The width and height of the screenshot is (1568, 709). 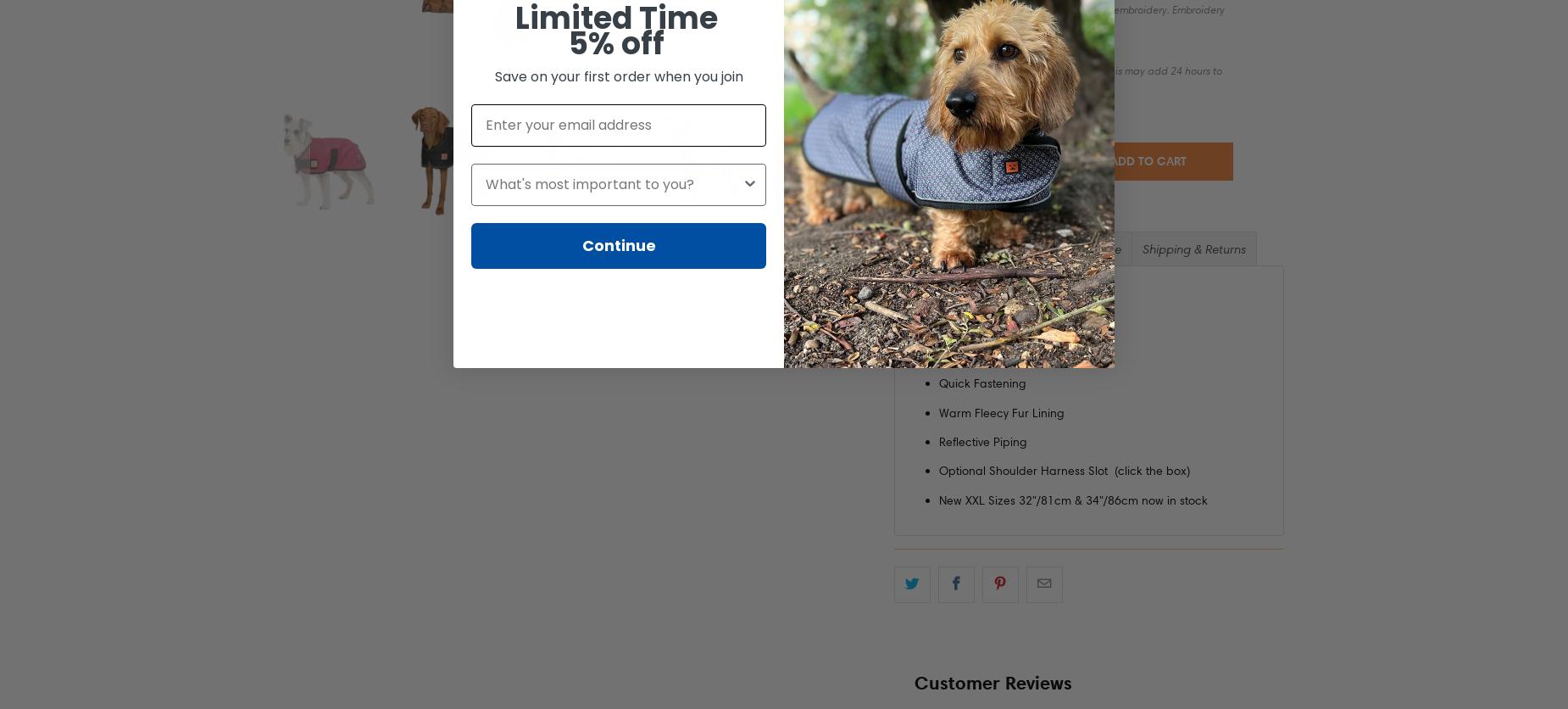 What do you see at coordinates (1072, 498) in the screenshot?
I see `'New XXL Sizes 32"/81cm & 34"/86cm now in stock'` at bounding box center [1072, 498].